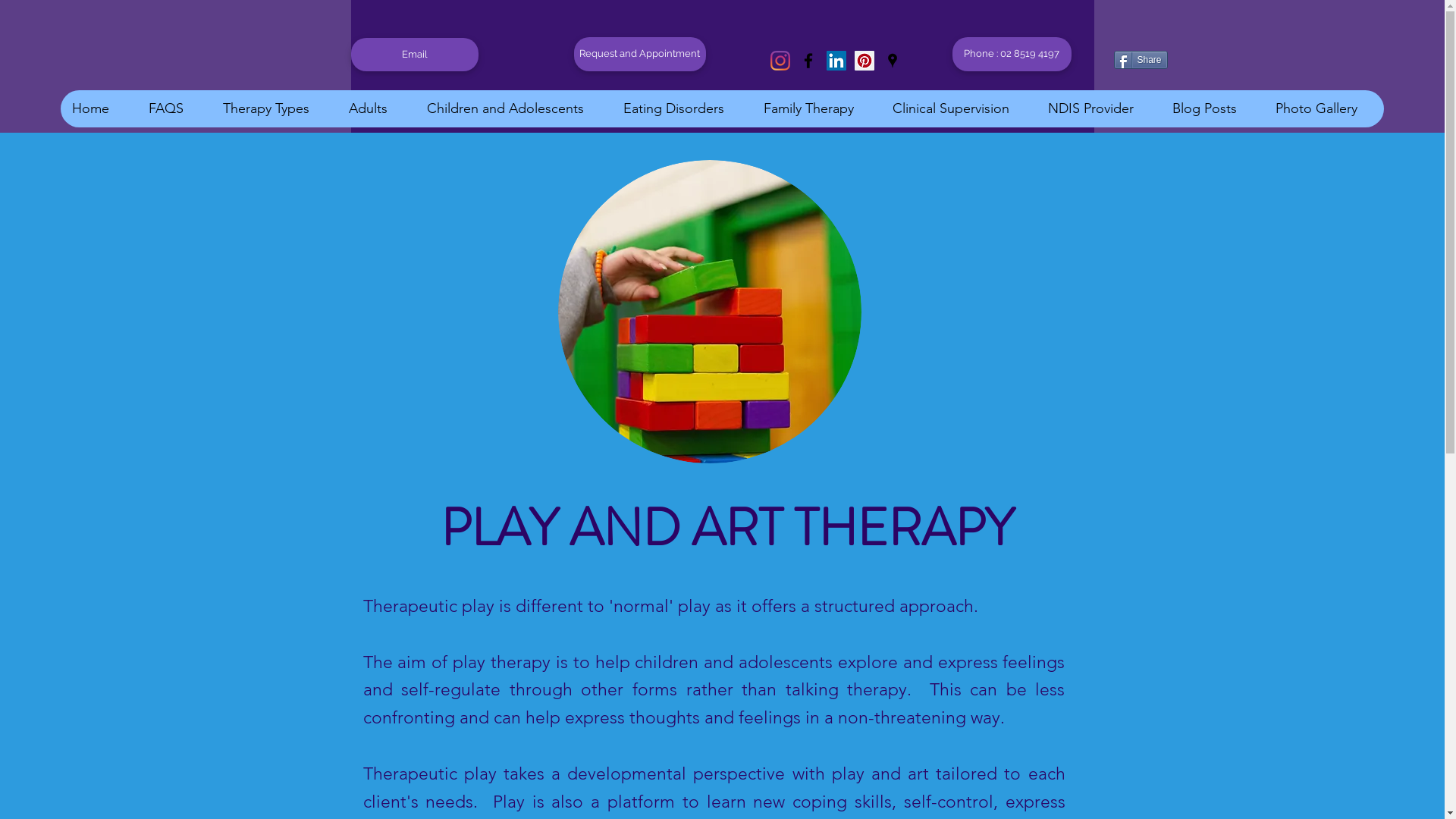 This screenshot has width=1456, height=819. I want to click on 'Request and Appointment', so click(639, 53).